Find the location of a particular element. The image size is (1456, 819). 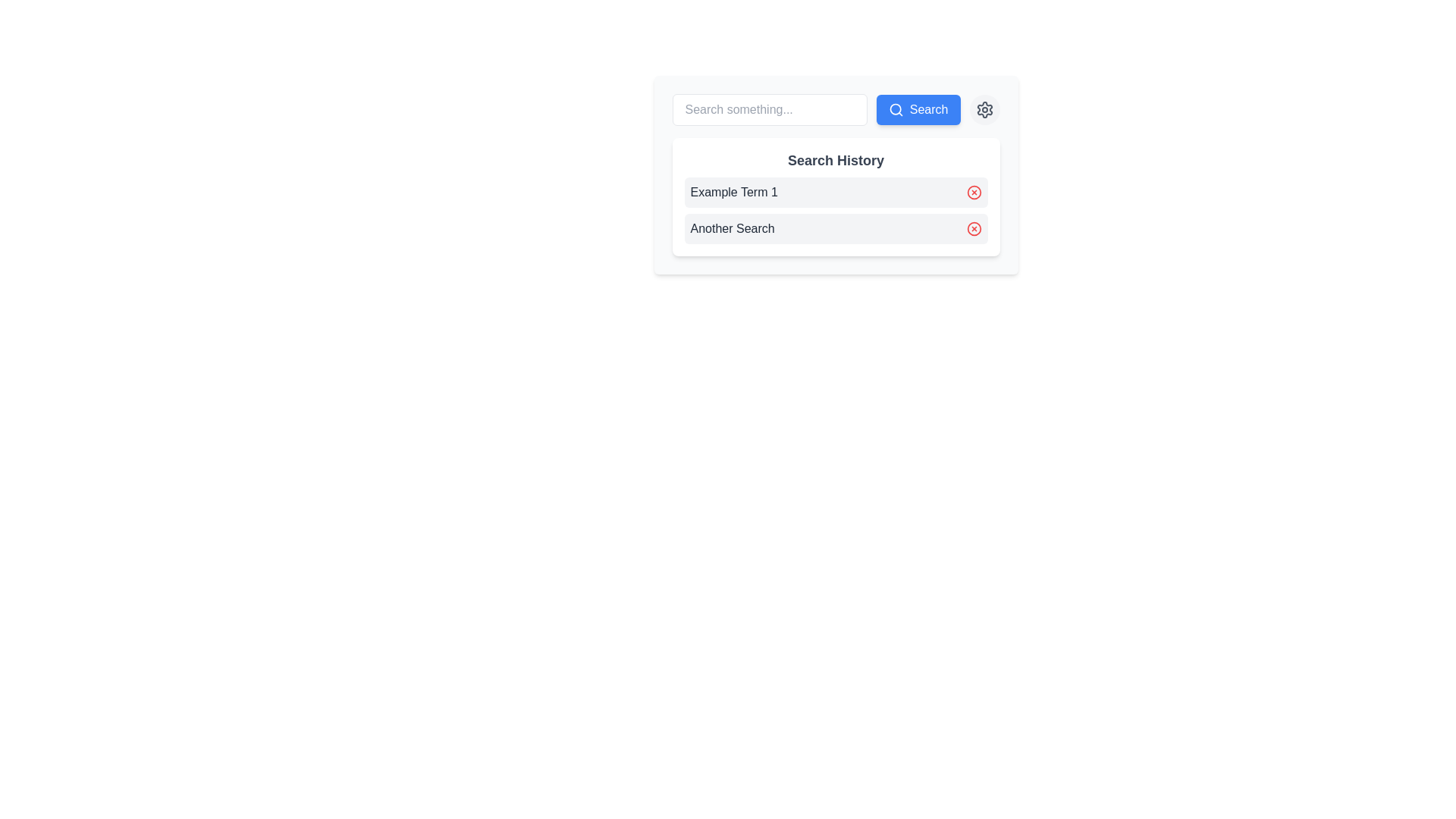

the magnifying glass icon used as a search indicator, located within the 'Search' button on the right side of the input field is located at coordinates (896, 109).